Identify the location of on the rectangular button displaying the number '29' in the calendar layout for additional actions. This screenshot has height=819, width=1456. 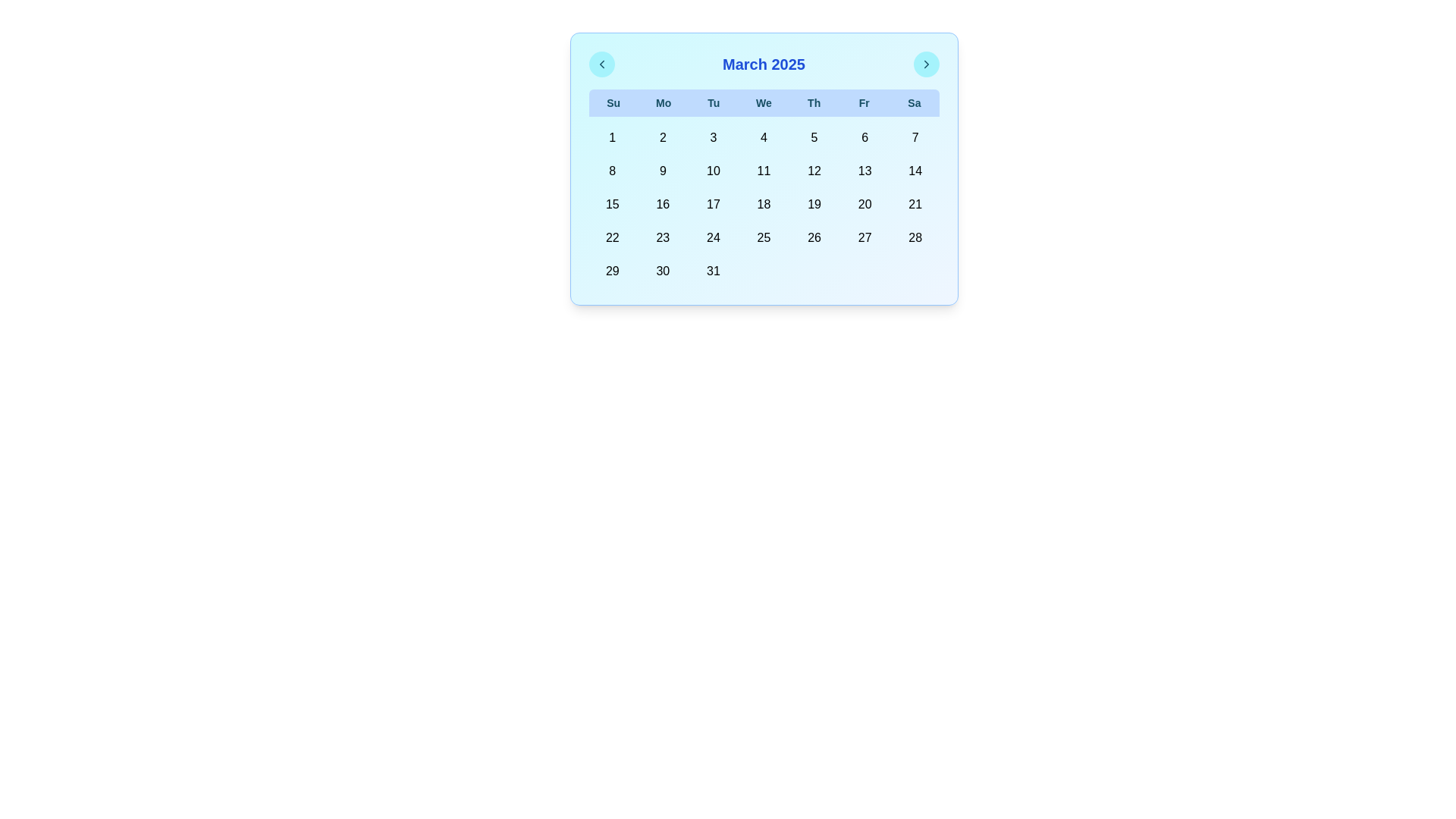
(612, 271).